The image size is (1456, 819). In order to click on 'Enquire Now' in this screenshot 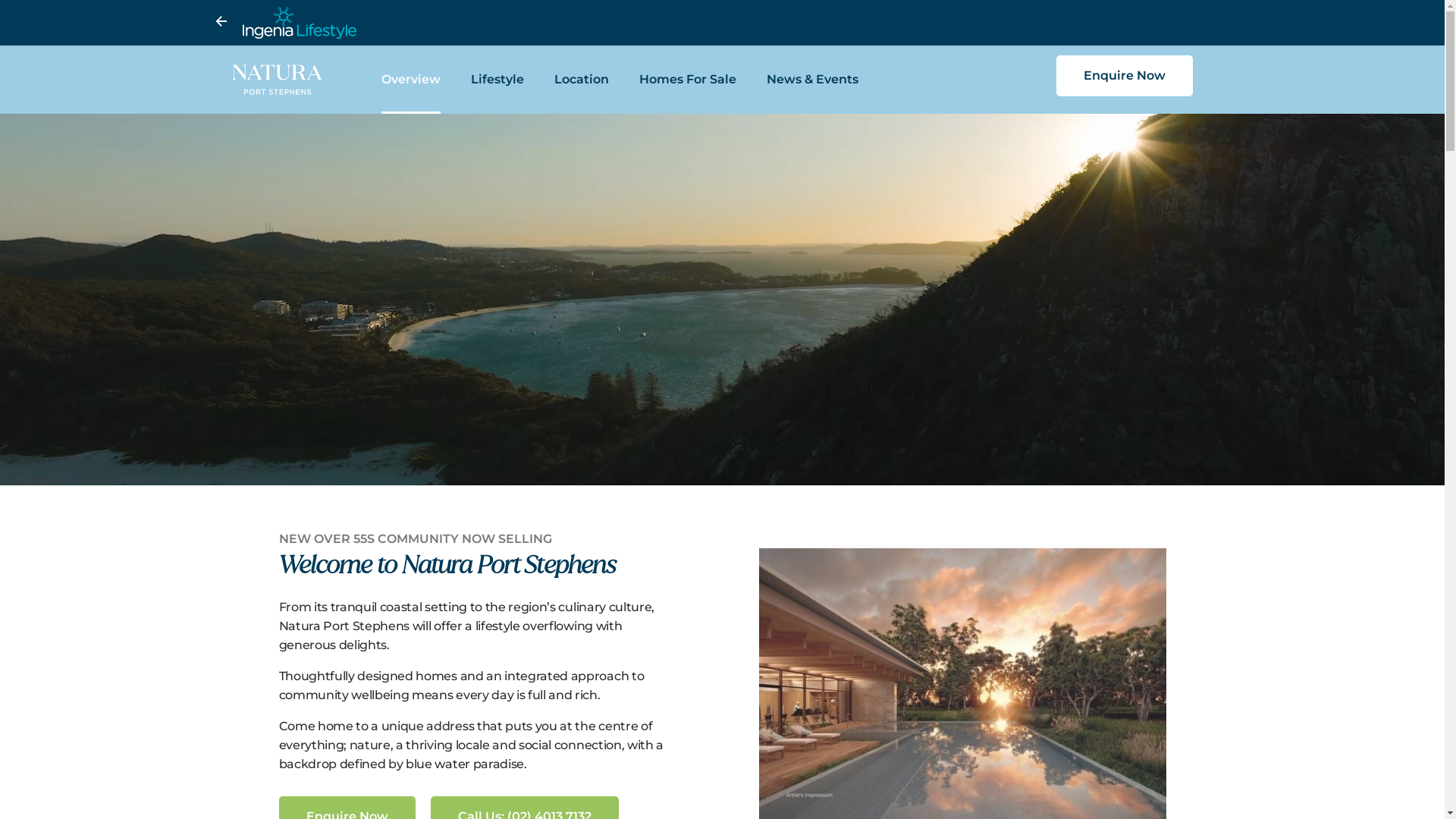, I will do `click(1055, 76)`.